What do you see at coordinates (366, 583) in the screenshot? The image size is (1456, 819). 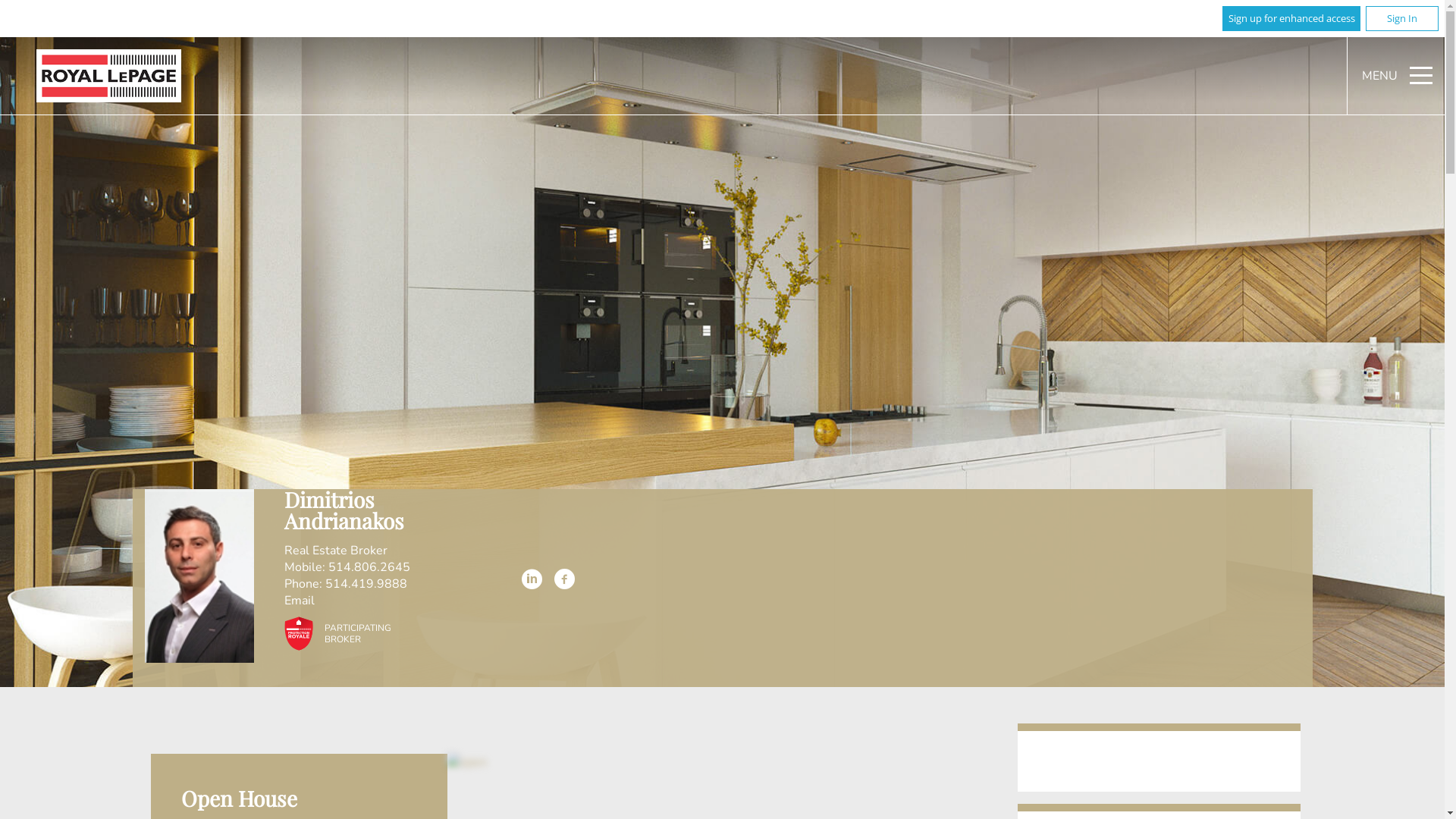 I see `'514.419.9888'` at bounding box center [366, 583].